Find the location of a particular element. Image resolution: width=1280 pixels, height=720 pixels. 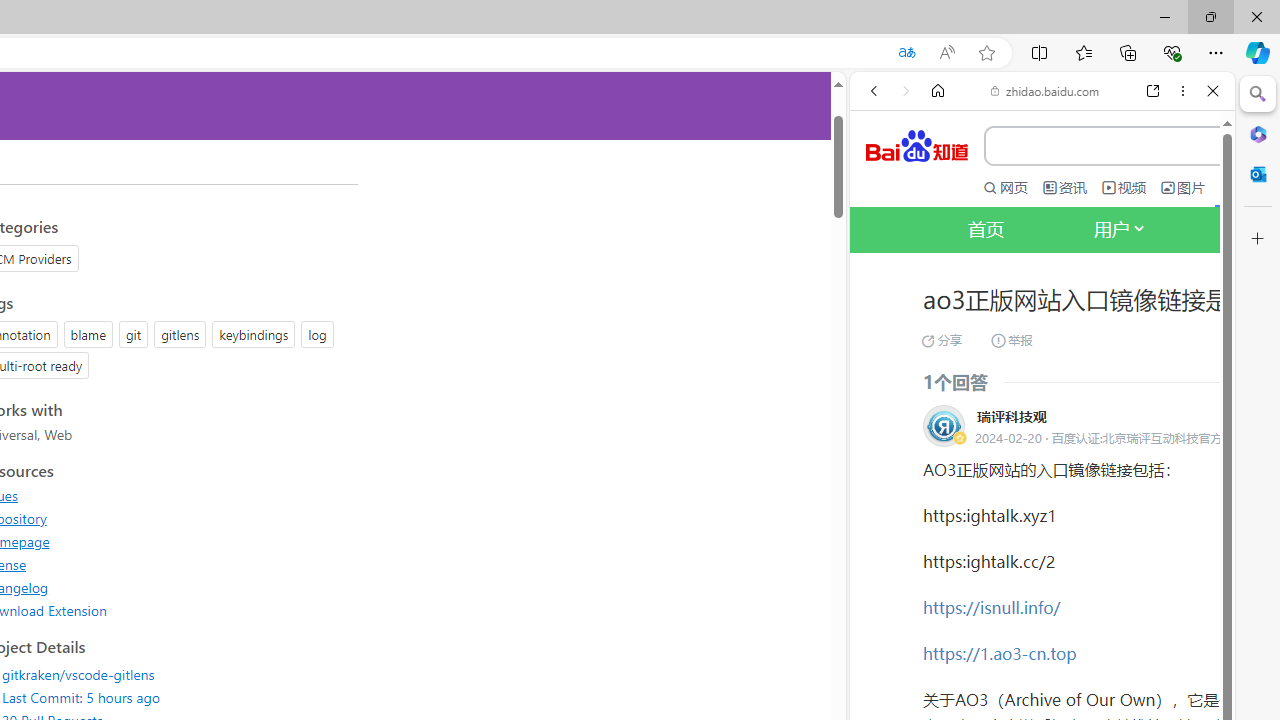

'This site scope' is located at coordinates (935, 180).